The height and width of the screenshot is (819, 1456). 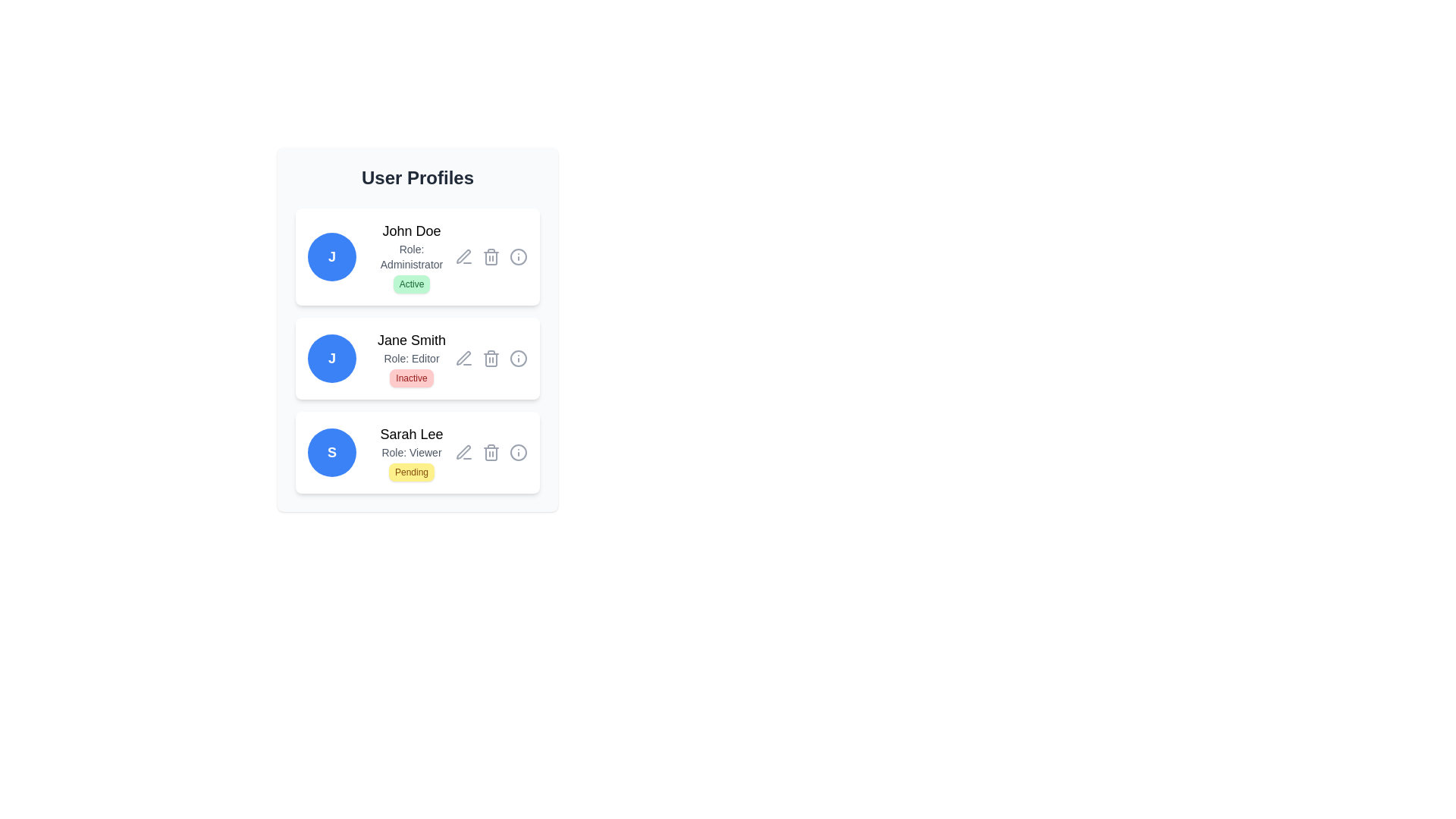 What do you see at coordinates (418, 350) in the screenshot?
I see `the profile card located at the center of the user profiles list` at bounding box center [418, 350].